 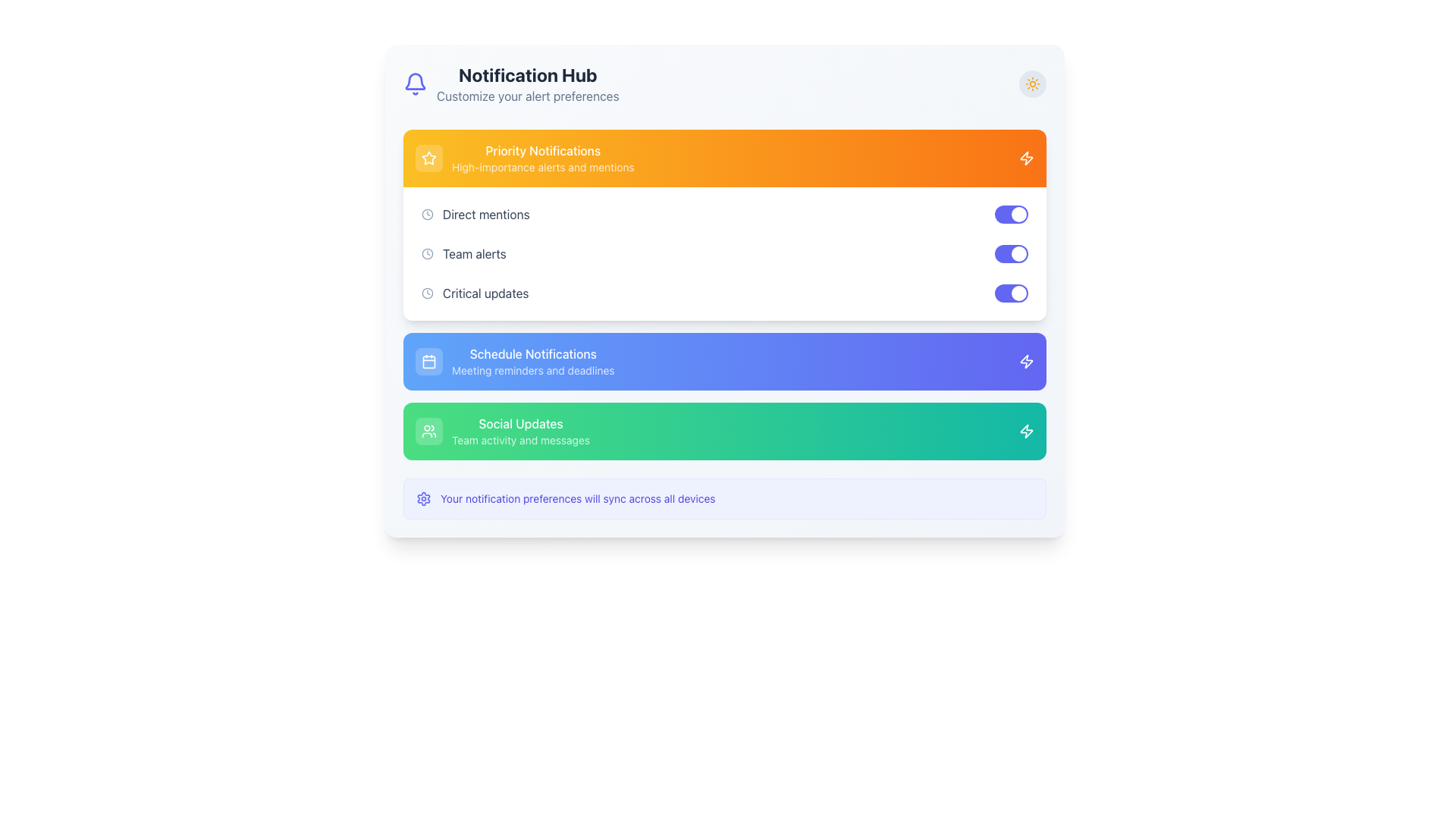 What do you see at coordinates (533, 371) in the screenshot?
I see `the text label component displaying 'Meeting reminders and deadlines', which is positioned below the main title 'Schedule Notifications' within the blue notification card` at bounding box center [533, 371].